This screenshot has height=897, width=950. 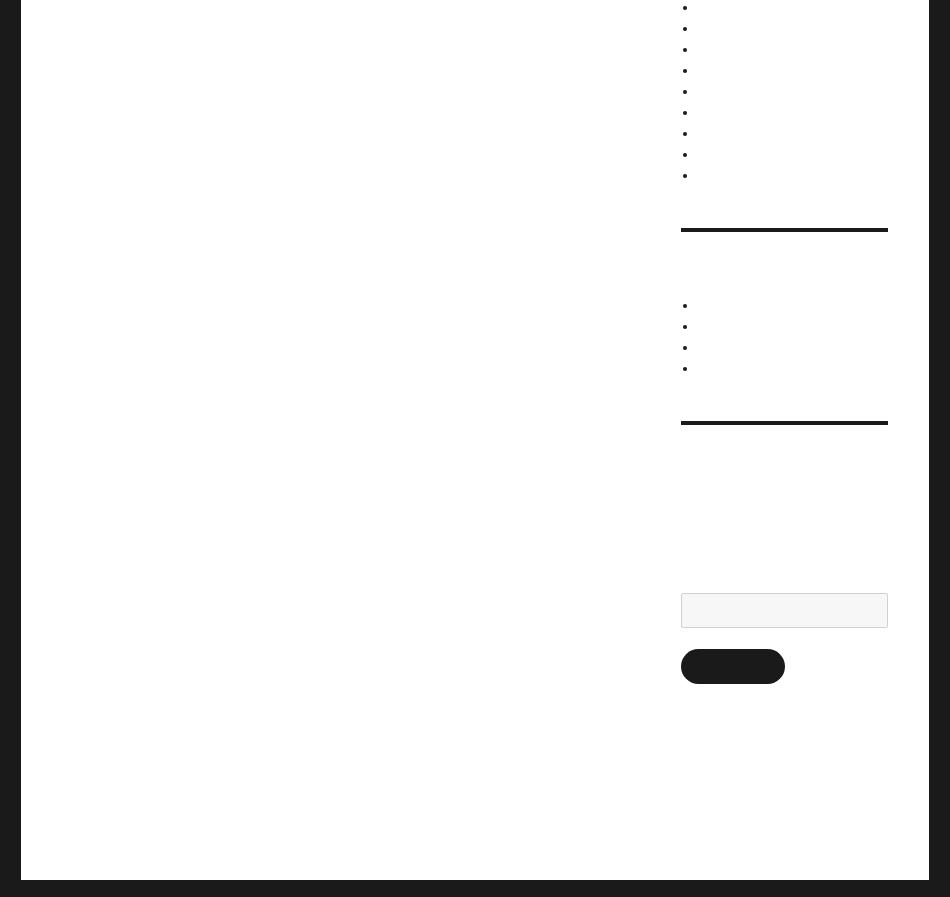 I want to click on 'Proudly powered by WordPress', so click(x=299, y=805).